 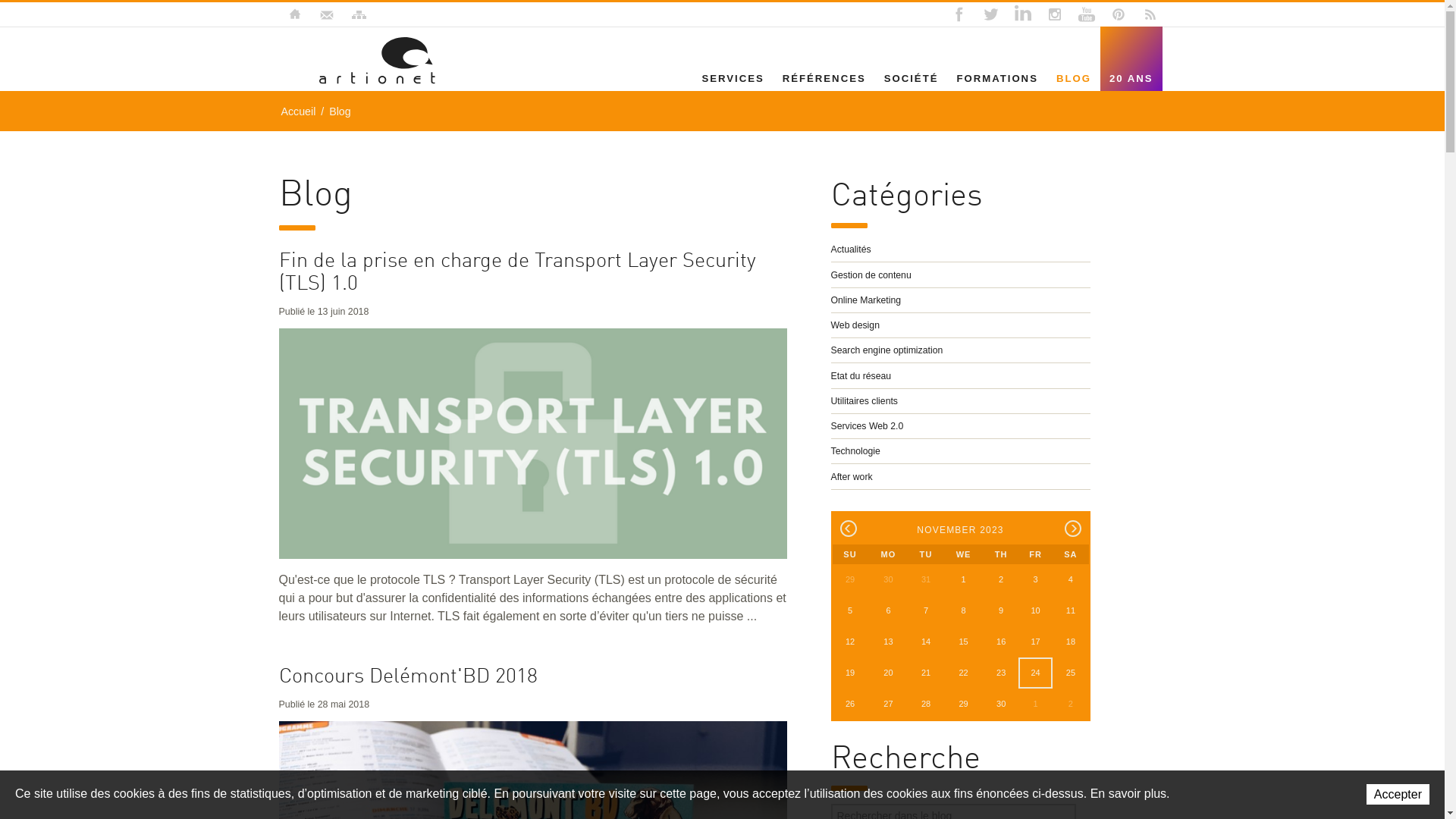 What do you see at coordinates (1137, 14) in the screenshot?
I see `'RSS'` at bounding box center [1137, 14].